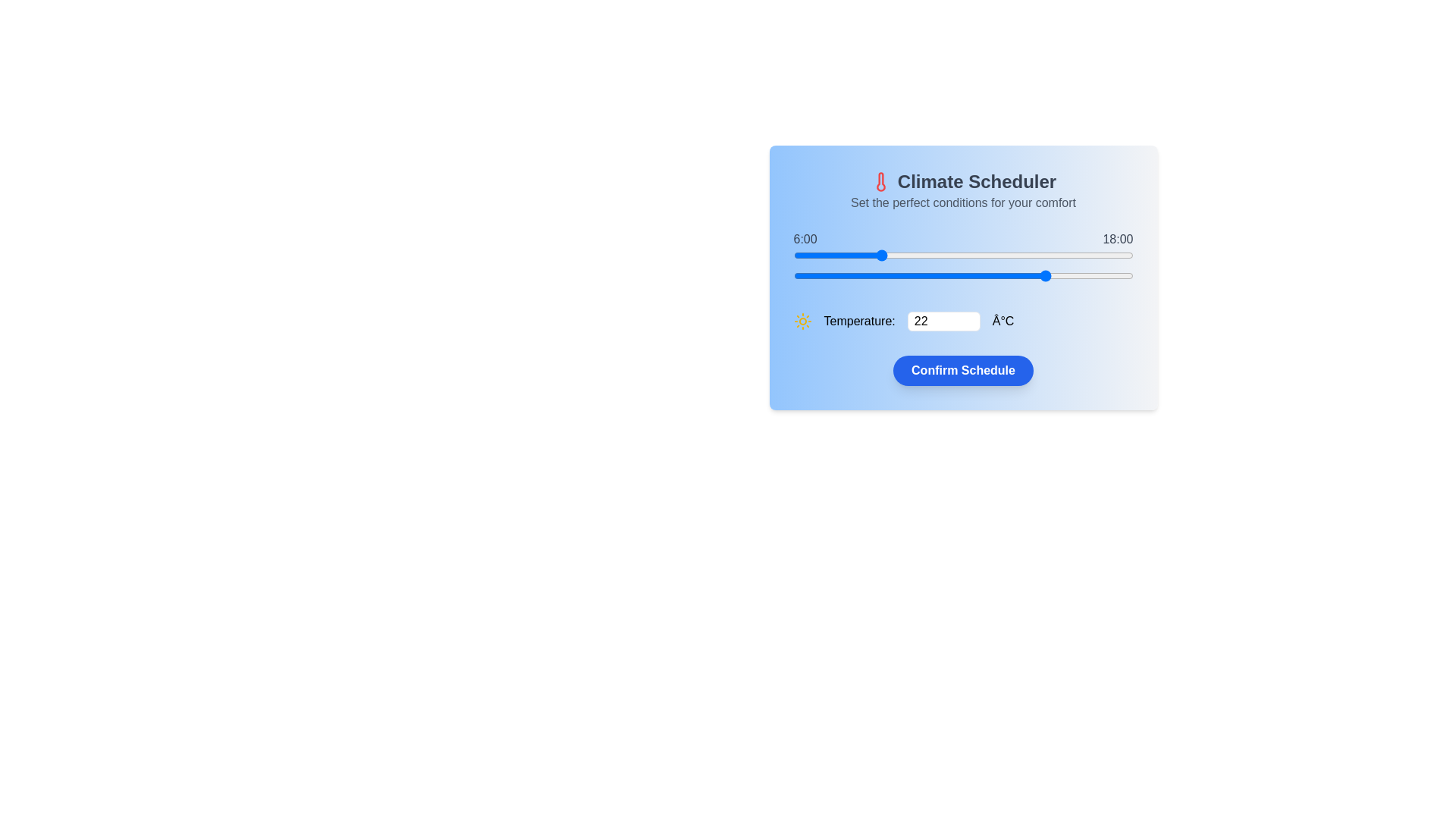  What do you see at coordinates (962, 371) in the screenshot?
I see `the confirmation button located at the bottom of the 'Climate Scheduler' card to observe the hover effect` at bounding box center [962, 371].